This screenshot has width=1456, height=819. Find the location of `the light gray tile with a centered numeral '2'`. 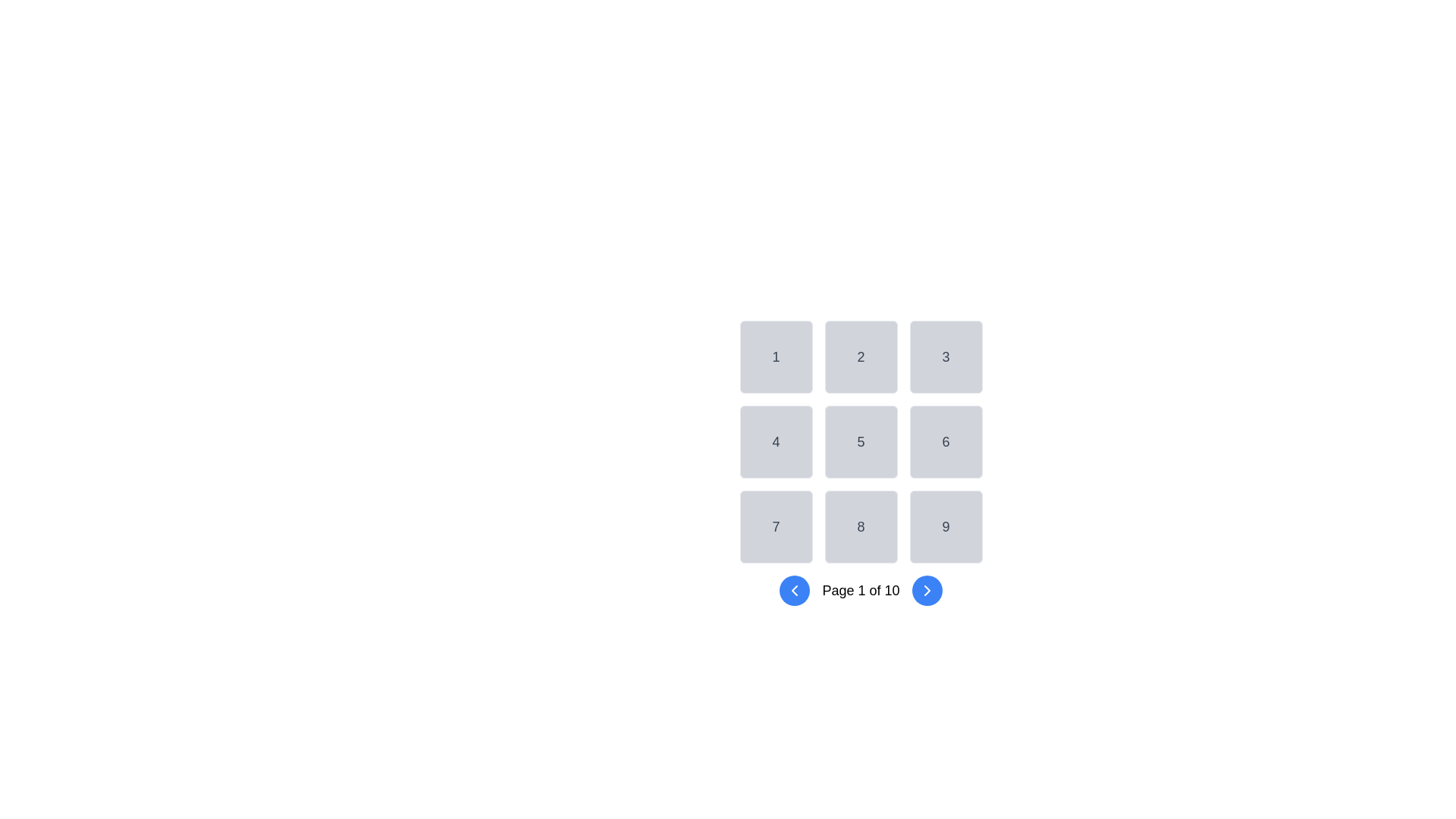

the light gray tile with a centered numeral '2' is located at coordinates (861, 356).